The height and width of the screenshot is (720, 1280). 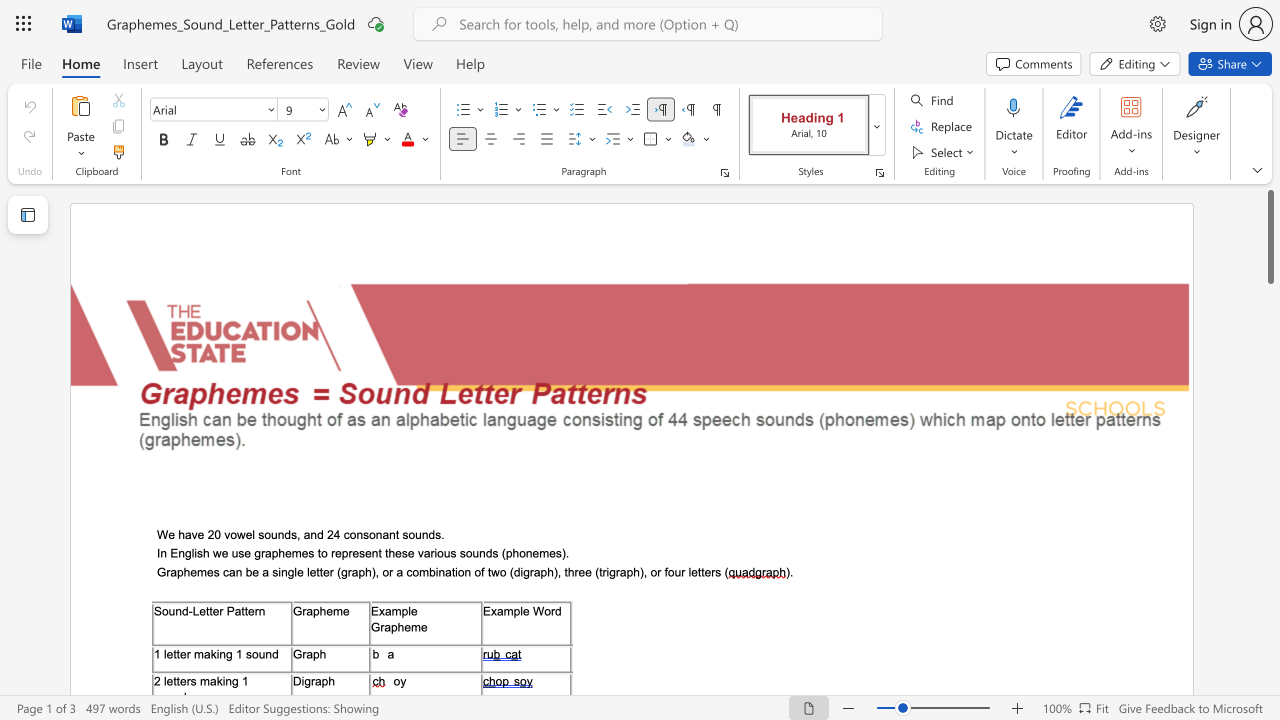 I want to click on the page's right scrollbar for downward movement, so click(x=1269, y=428).